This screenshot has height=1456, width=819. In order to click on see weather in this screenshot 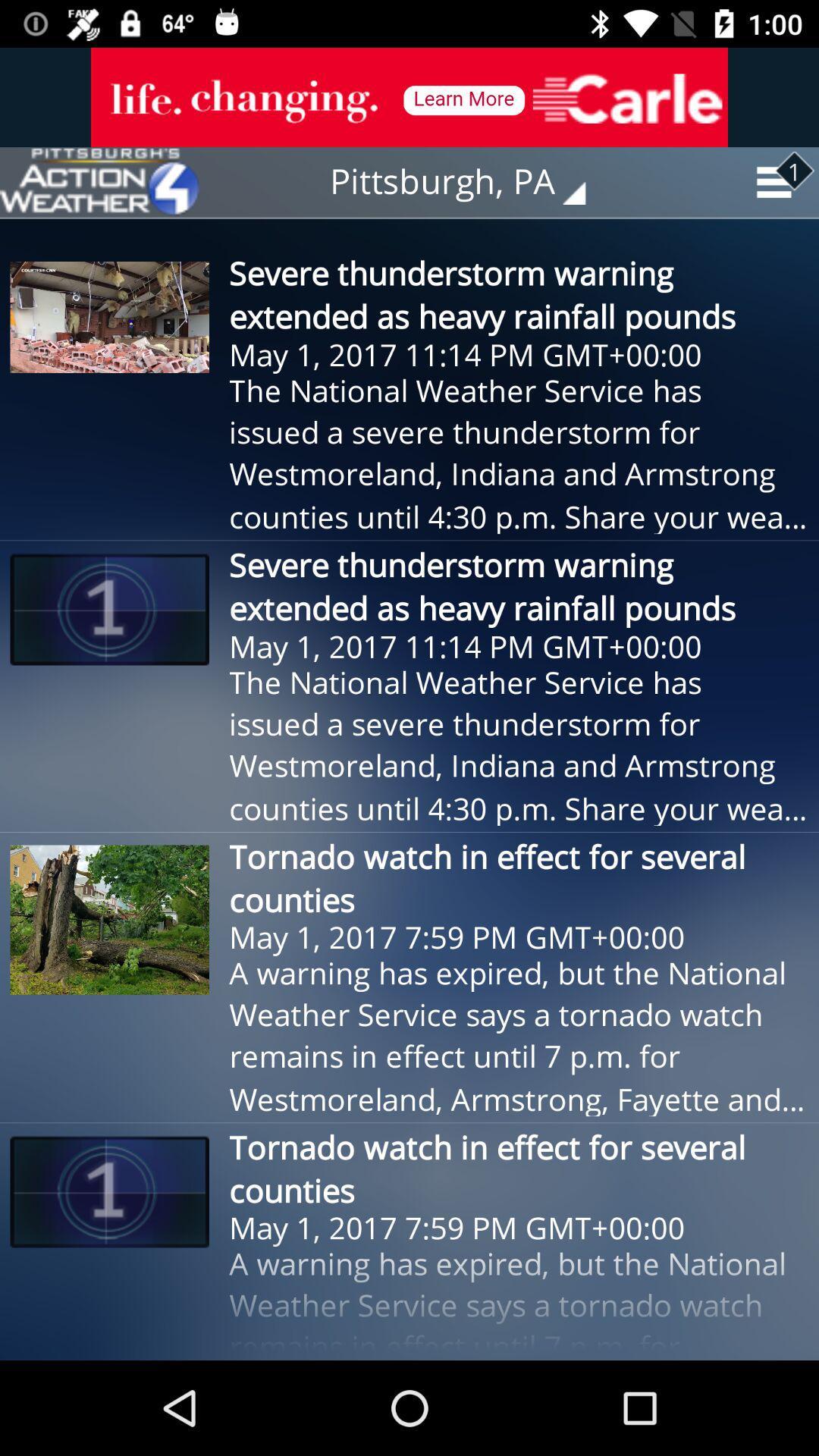, I will do `click(99, 182)`.